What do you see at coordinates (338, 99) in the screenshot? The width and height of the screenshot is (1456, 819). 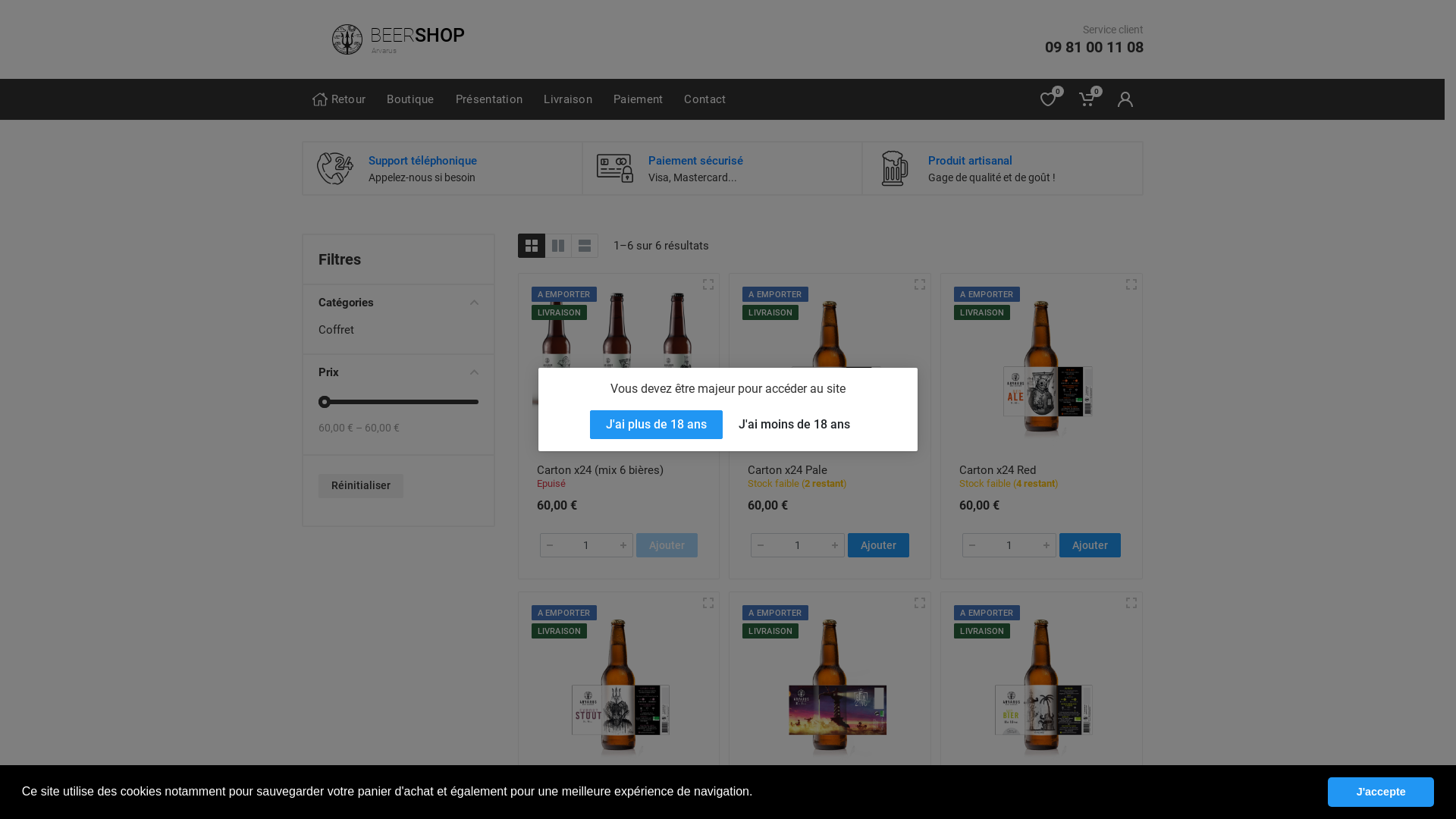 I see `'Retour'` at bounding box center [338, 99].